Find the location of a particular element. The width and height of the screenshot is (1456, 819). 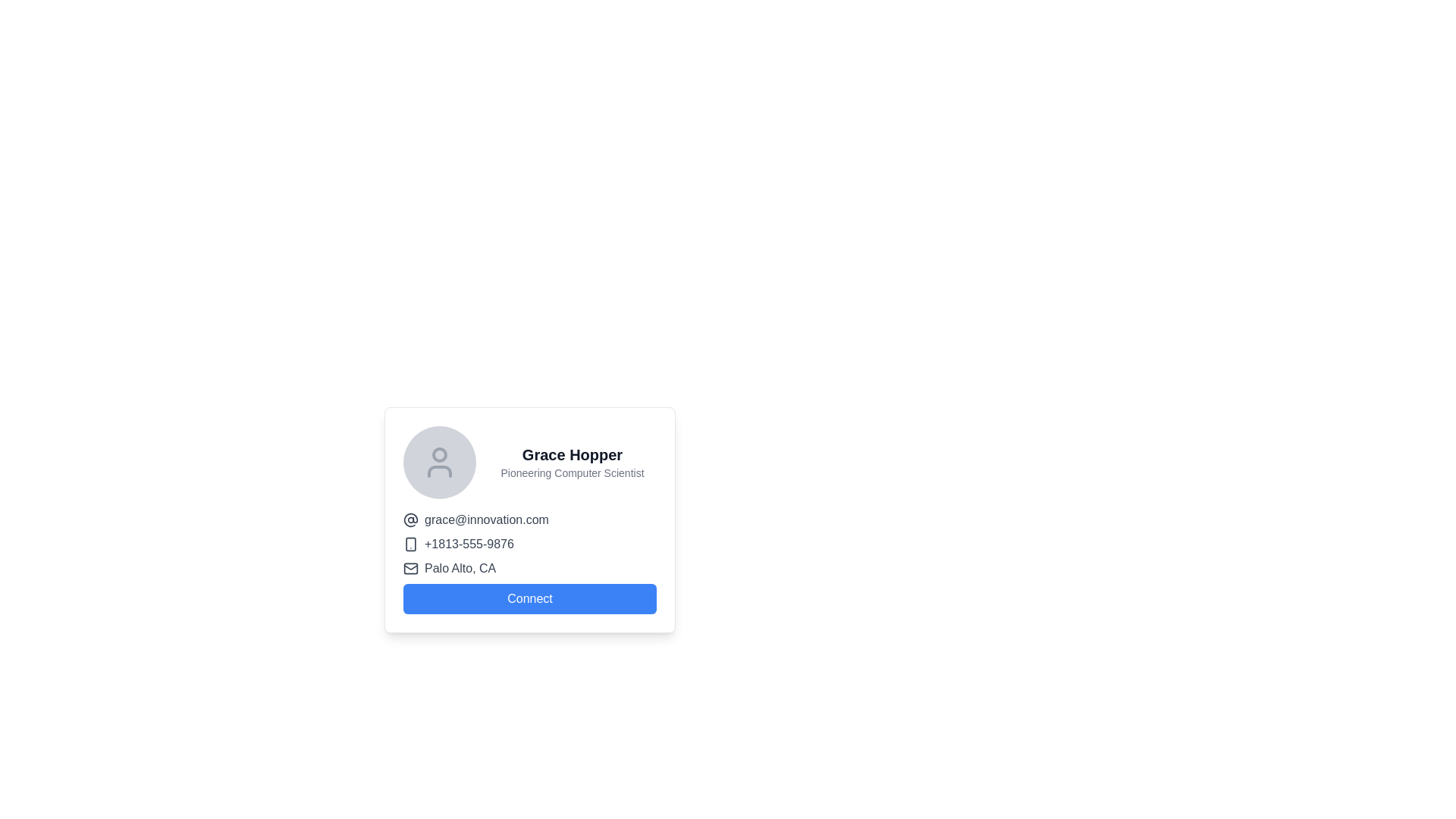

the envelope icon located to the left of the text 'Palo Alto, CA' is located at coordinates (411, 568).